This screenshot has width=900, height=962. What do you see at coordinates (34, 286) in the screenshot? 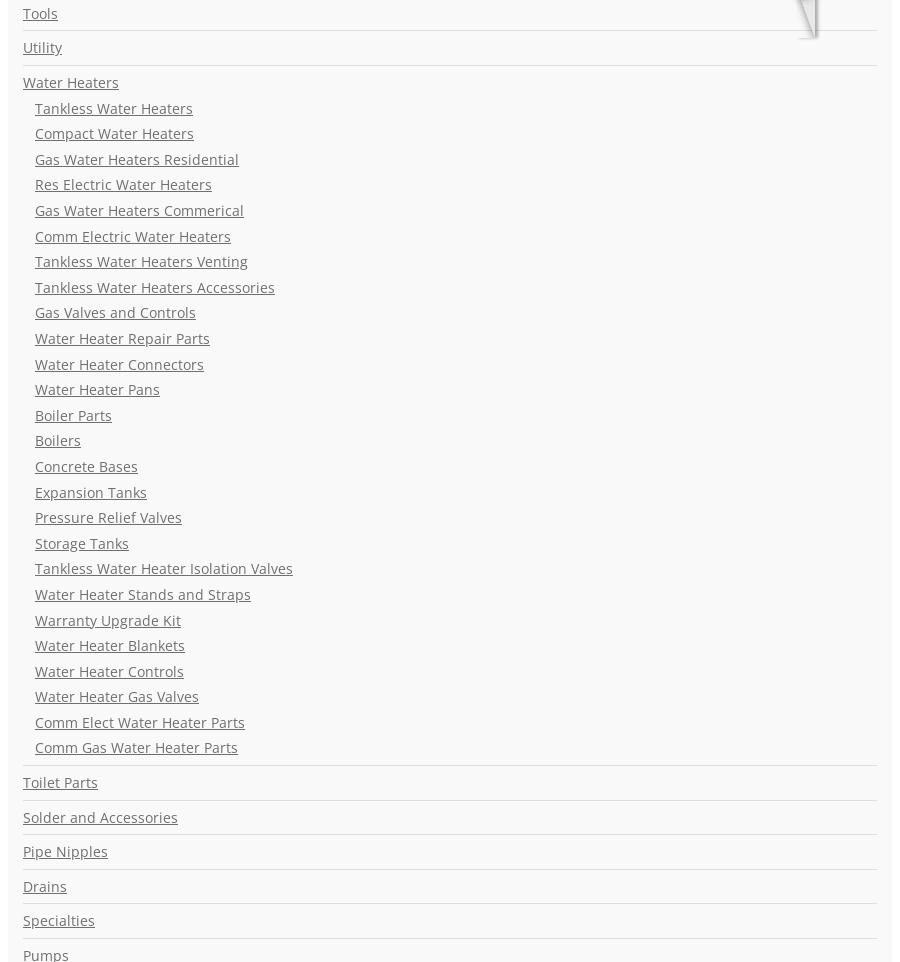
I see `'Tankless Water Heaters Accessories'` at bounding box center [34, 286].